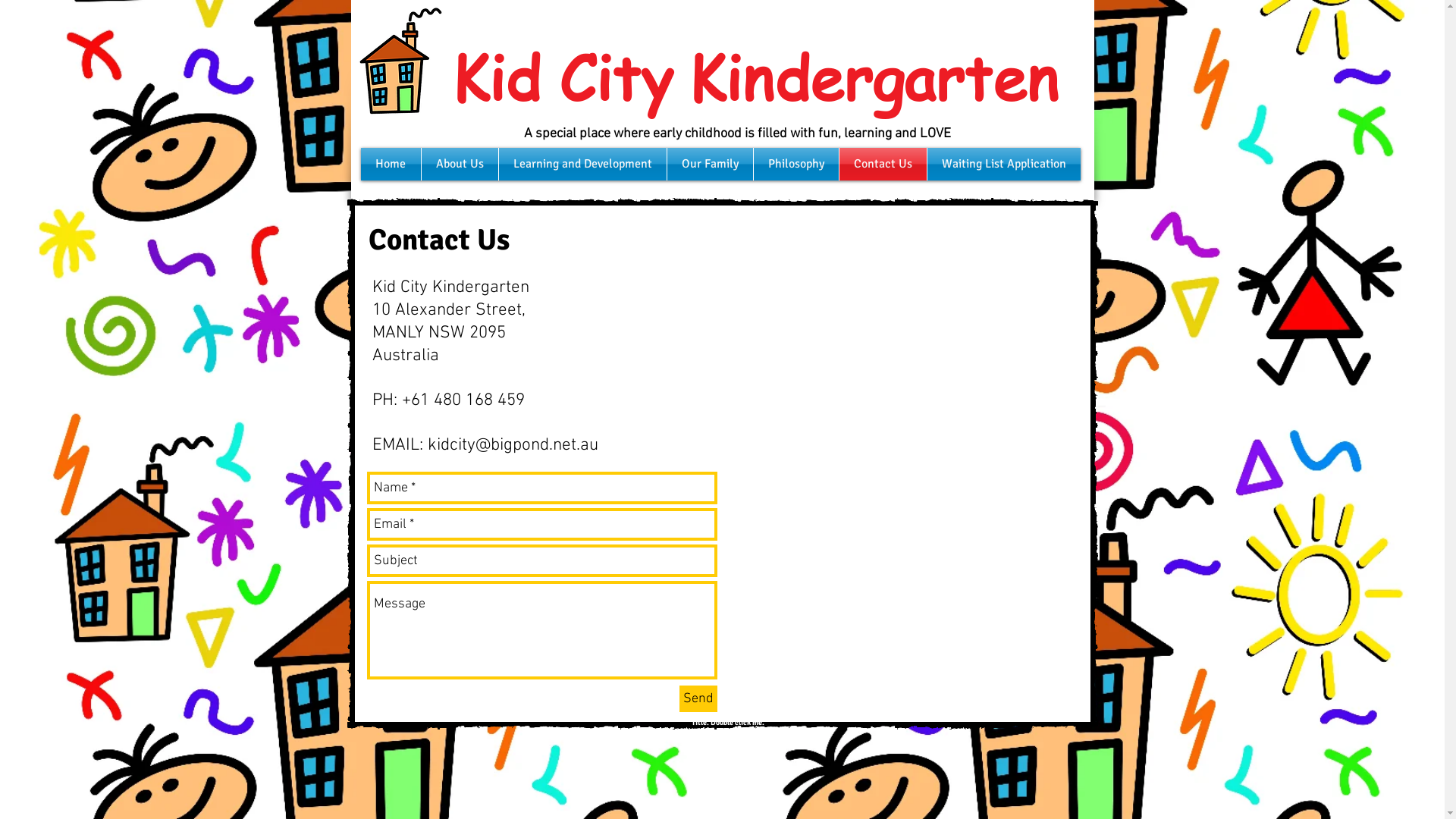  What do you see at coordinates (698, 698) in the screenshot?
I see `'Send'` at bounding box center [698, 698].